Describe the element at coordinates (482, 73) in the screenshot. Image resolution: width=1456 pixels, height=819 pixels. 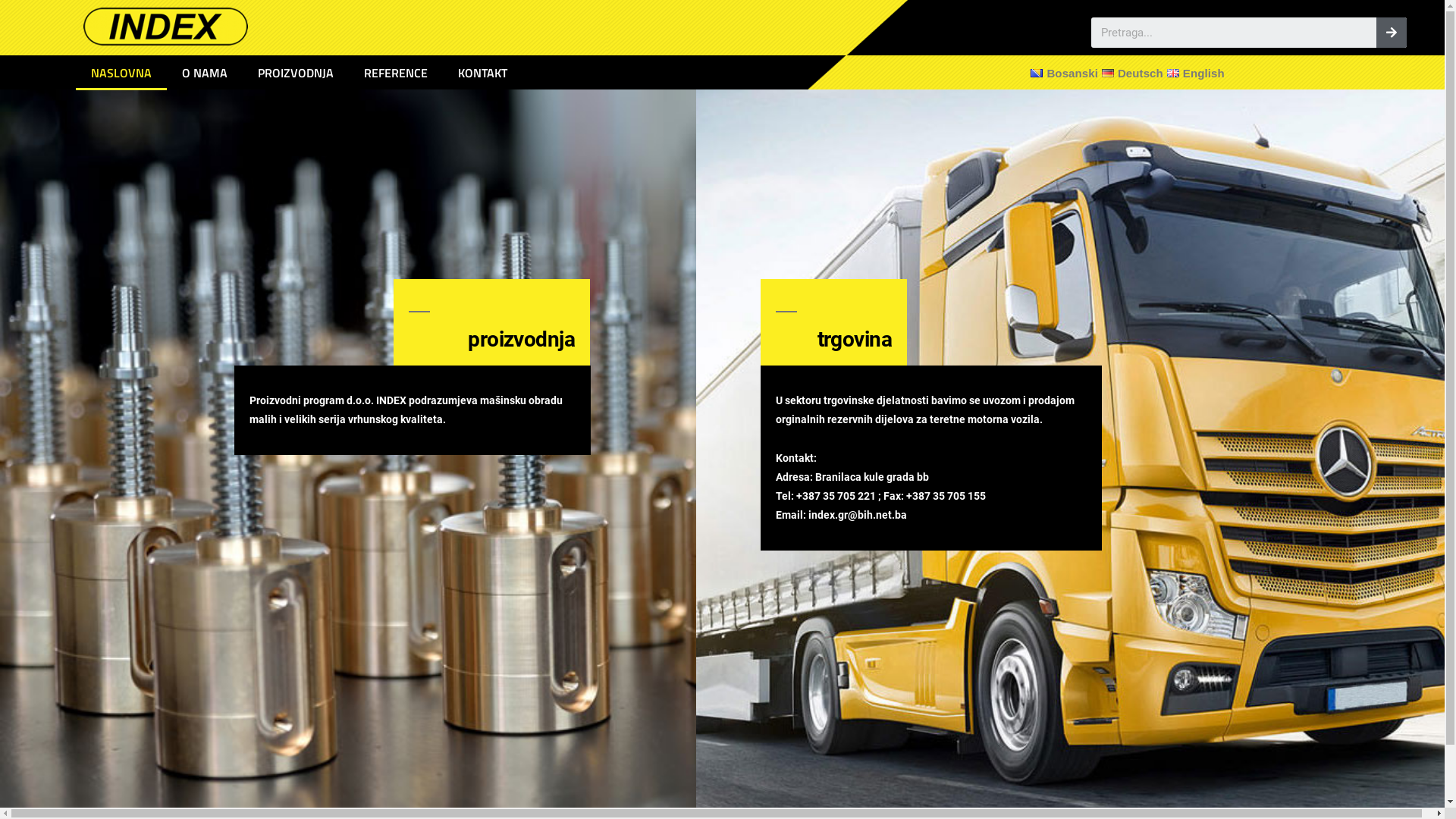
I see `'KONTAKT'` at that location.